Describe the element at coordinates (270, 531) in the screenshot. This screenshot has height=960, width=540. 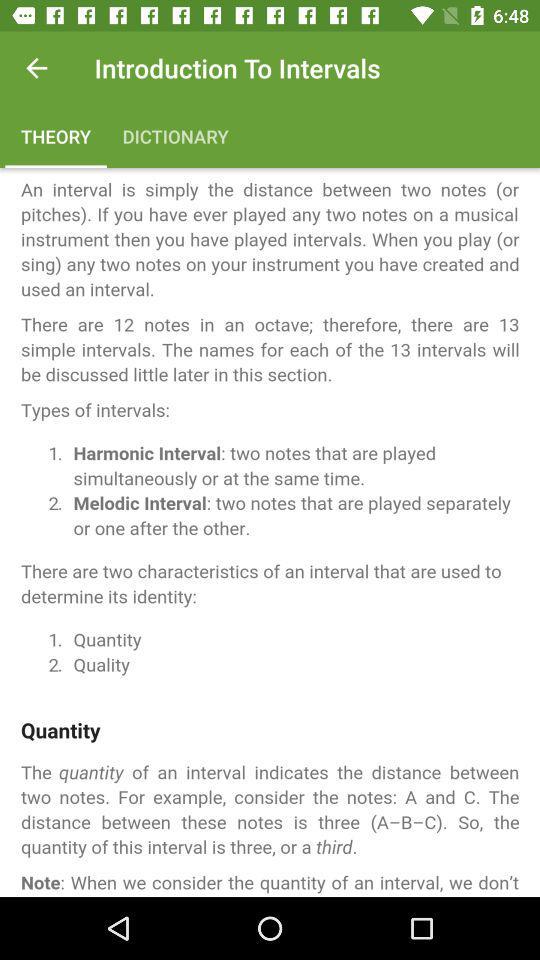
I see `article area` at that location.